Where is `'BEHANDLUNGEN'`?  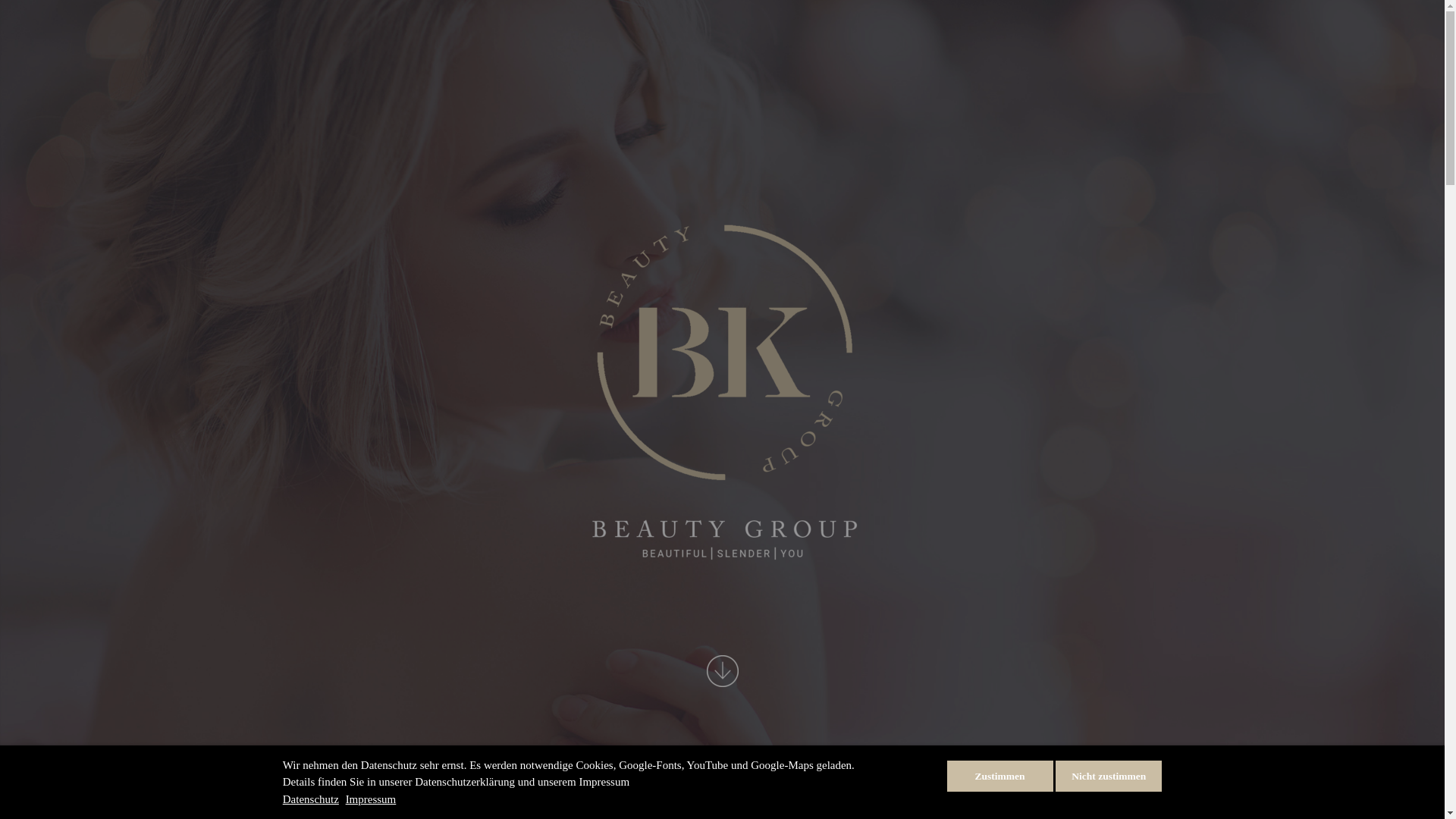 'BEHANDLUNGEN' is located at coordinates (1088, 488).